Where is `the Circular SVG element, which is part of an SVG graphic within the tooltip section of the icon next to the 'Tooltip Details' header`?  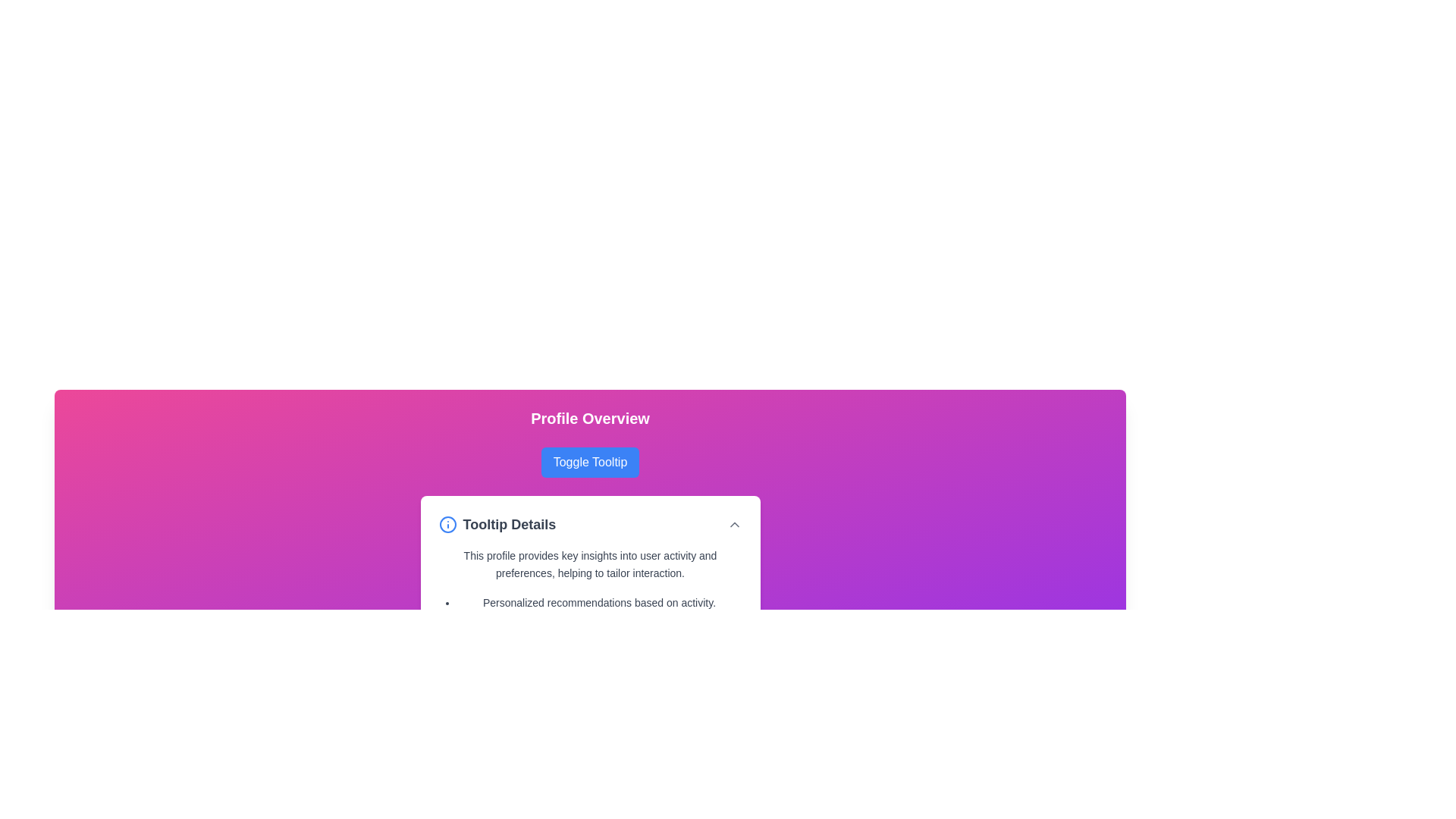 the Circular SVG element, which is part of an SVG graphic within the tooltip section of the icon next to the 'Tooltip Details' header is located at coordinates (447, 523).